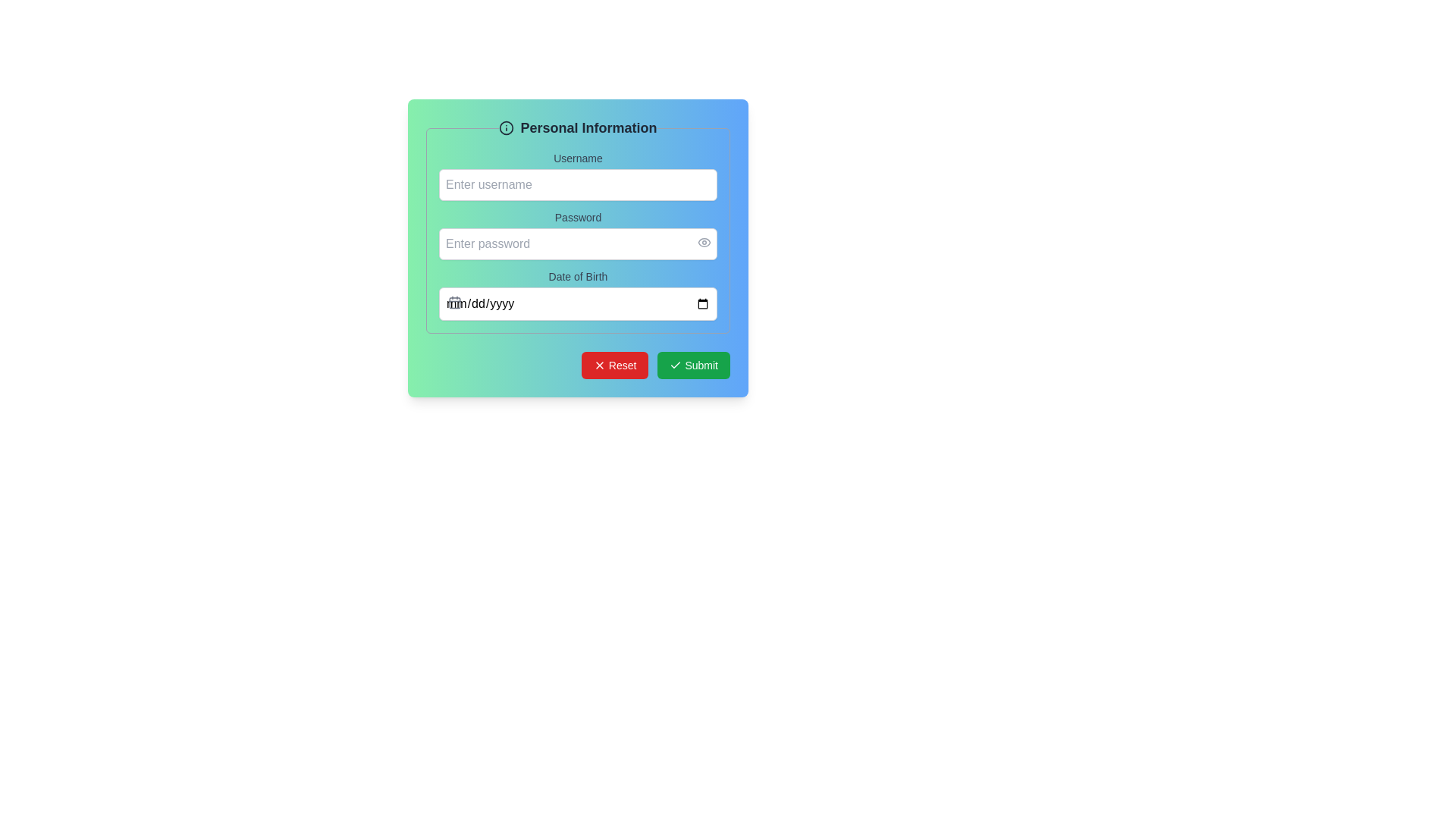  I want to click on the circular icon with an 'i' symbol at the top-left of the 'Personal Information' section, so click(507, 127).